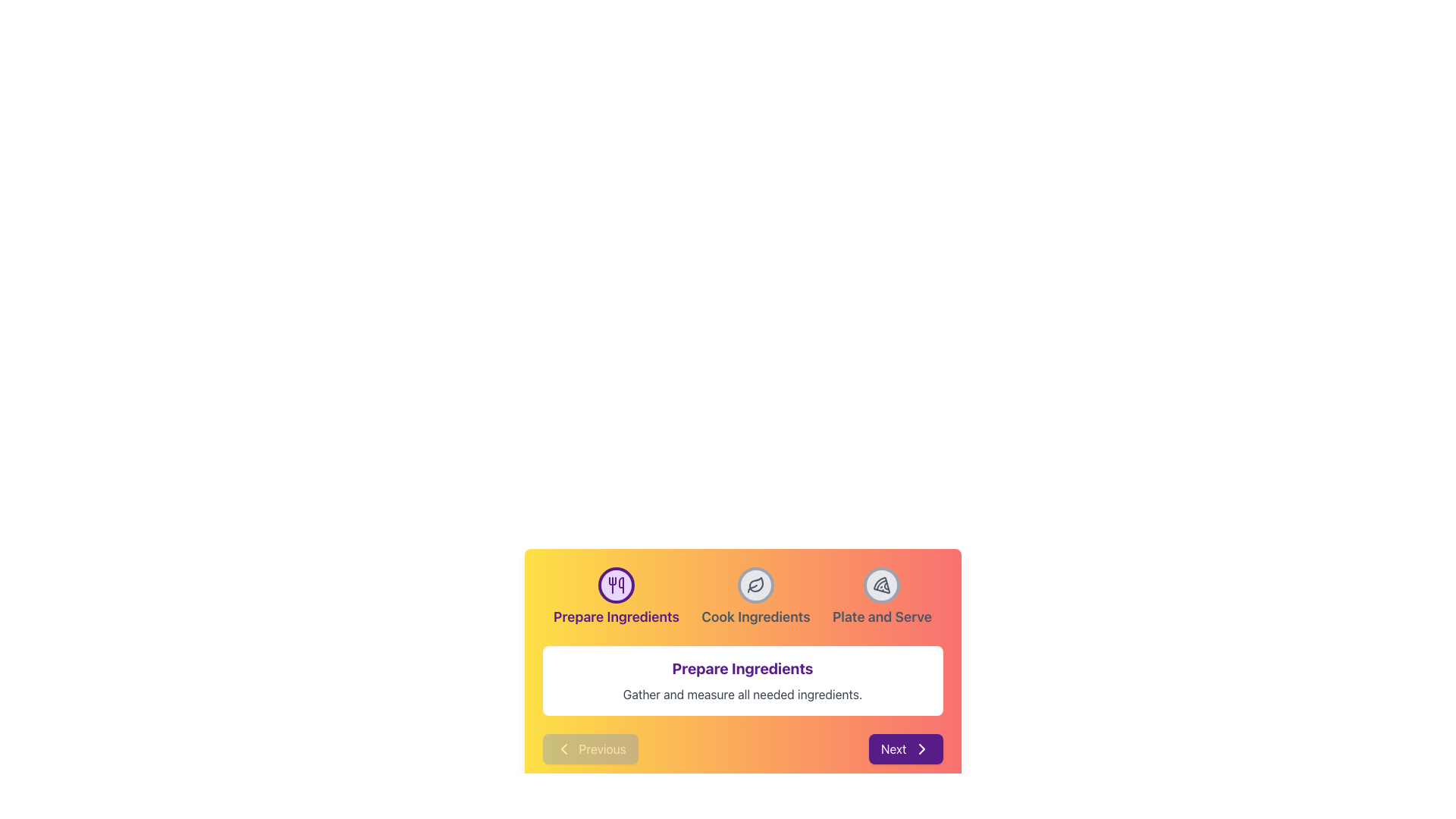 The height and width of the screenshot is (819, 1456). I want to click on the 'Next' button icon that indicates navigation to the next step, located in the bottom-right corner of the interface, so click(921, 748).